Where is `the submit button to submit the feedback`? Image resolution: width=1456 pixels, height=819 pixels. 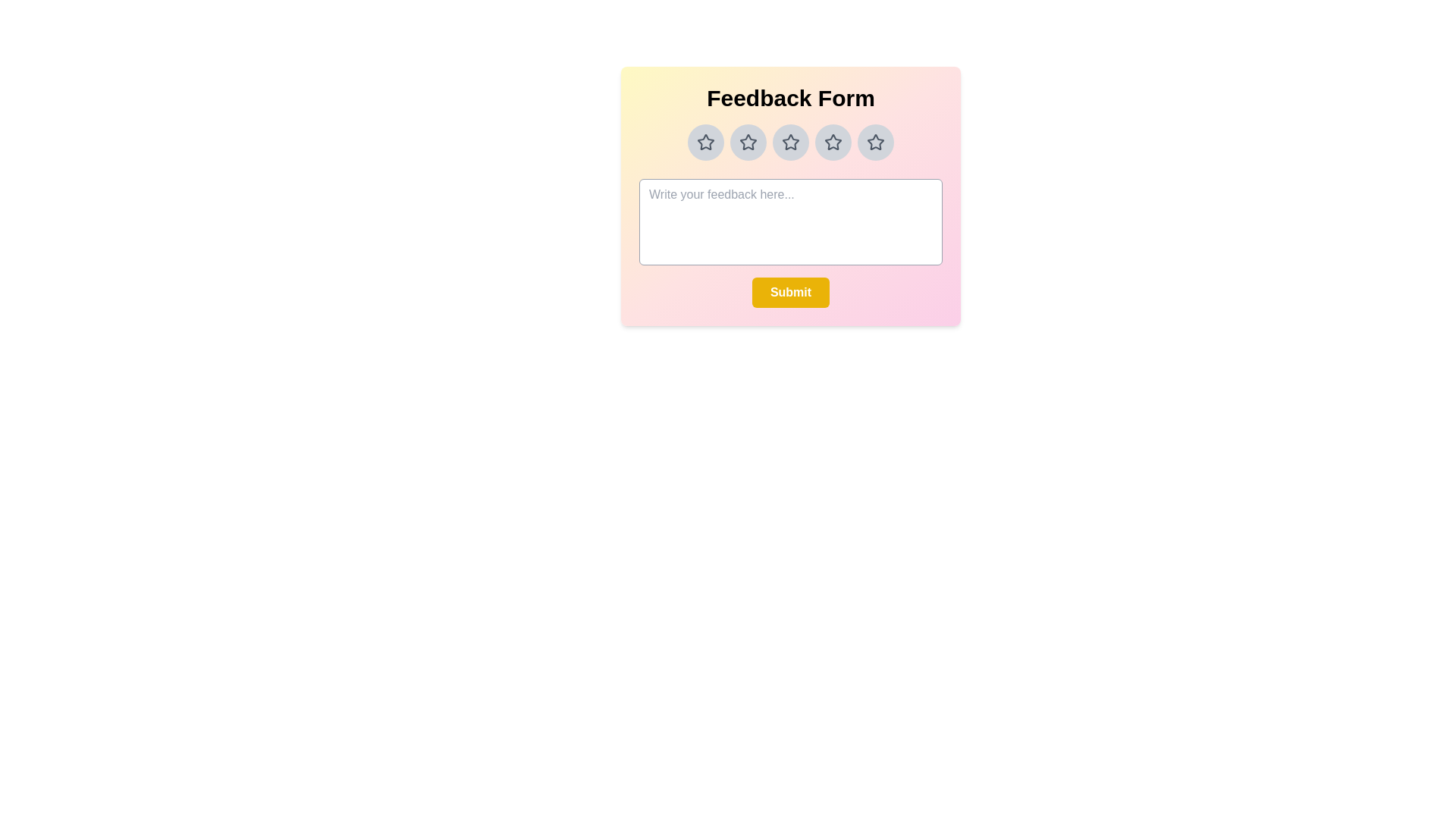 the submit button to submit the feedback is located at coordinates (789, 292).